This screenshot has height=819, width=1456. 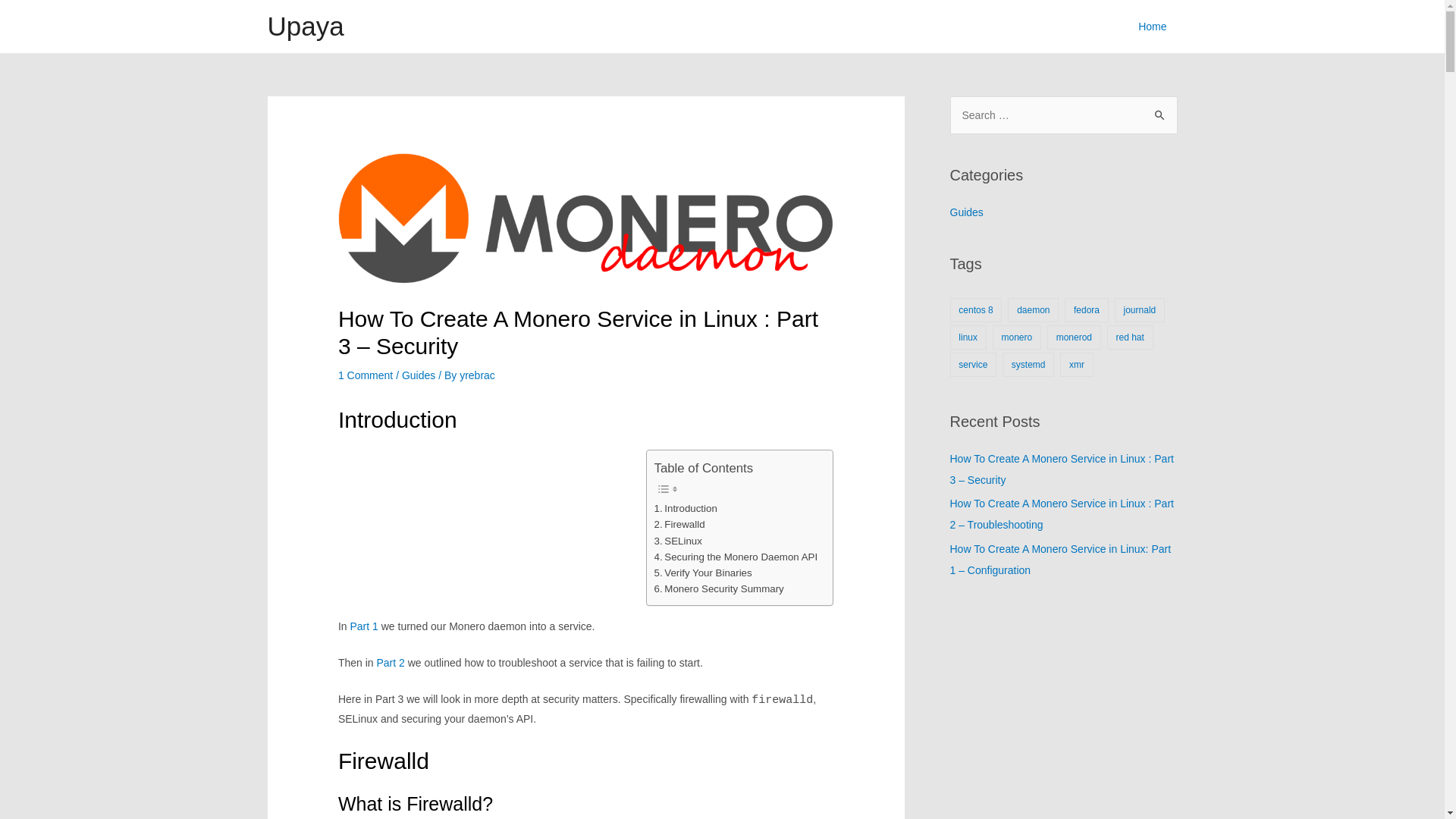 What do you see at coordinates (304, 26) in the screenshot?
I see `'Upaya'` at bounding box center [304, 26].